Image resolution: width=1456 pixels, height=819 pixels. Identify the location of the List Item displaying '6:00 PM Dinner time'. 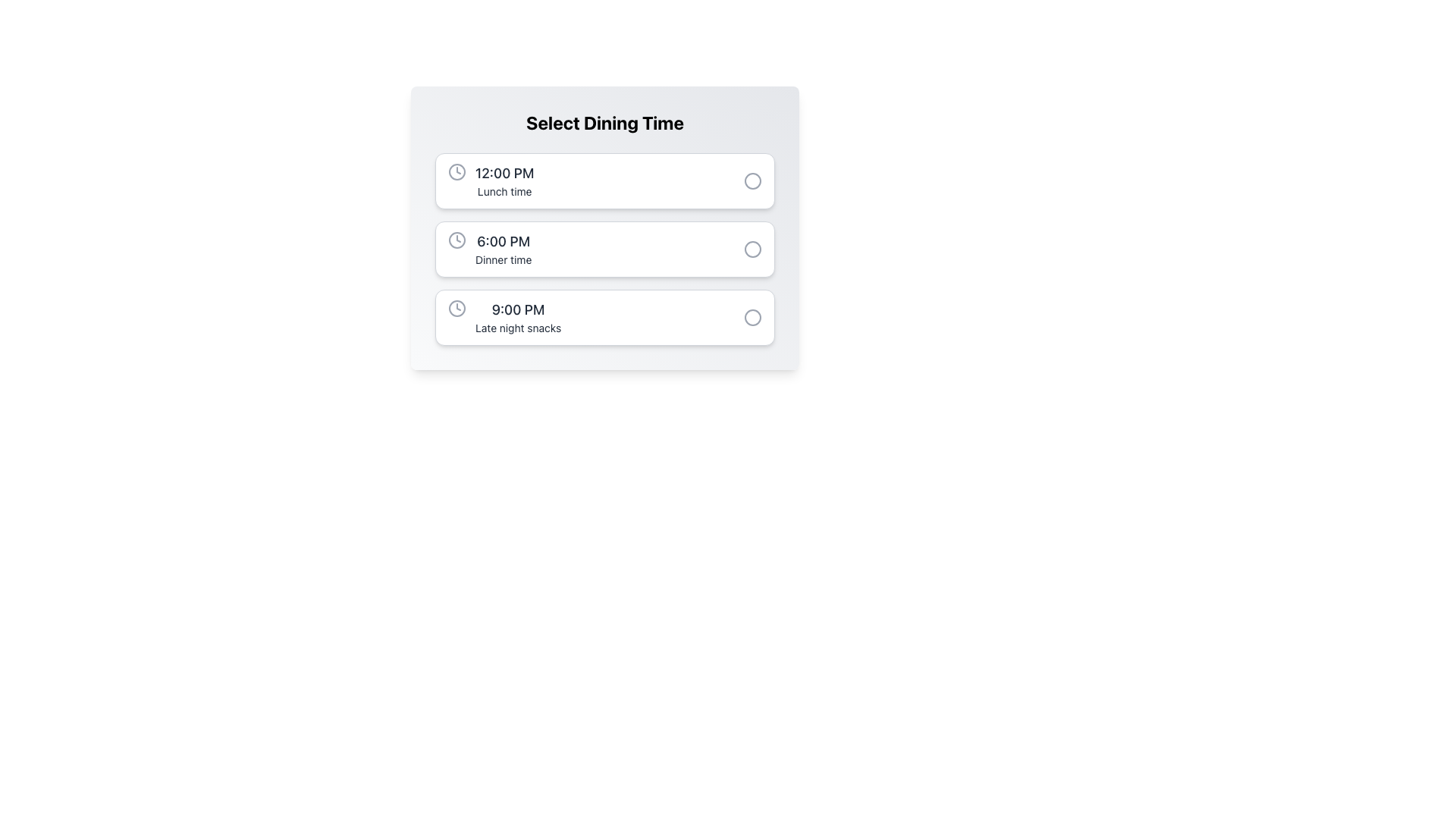
(490, 248).